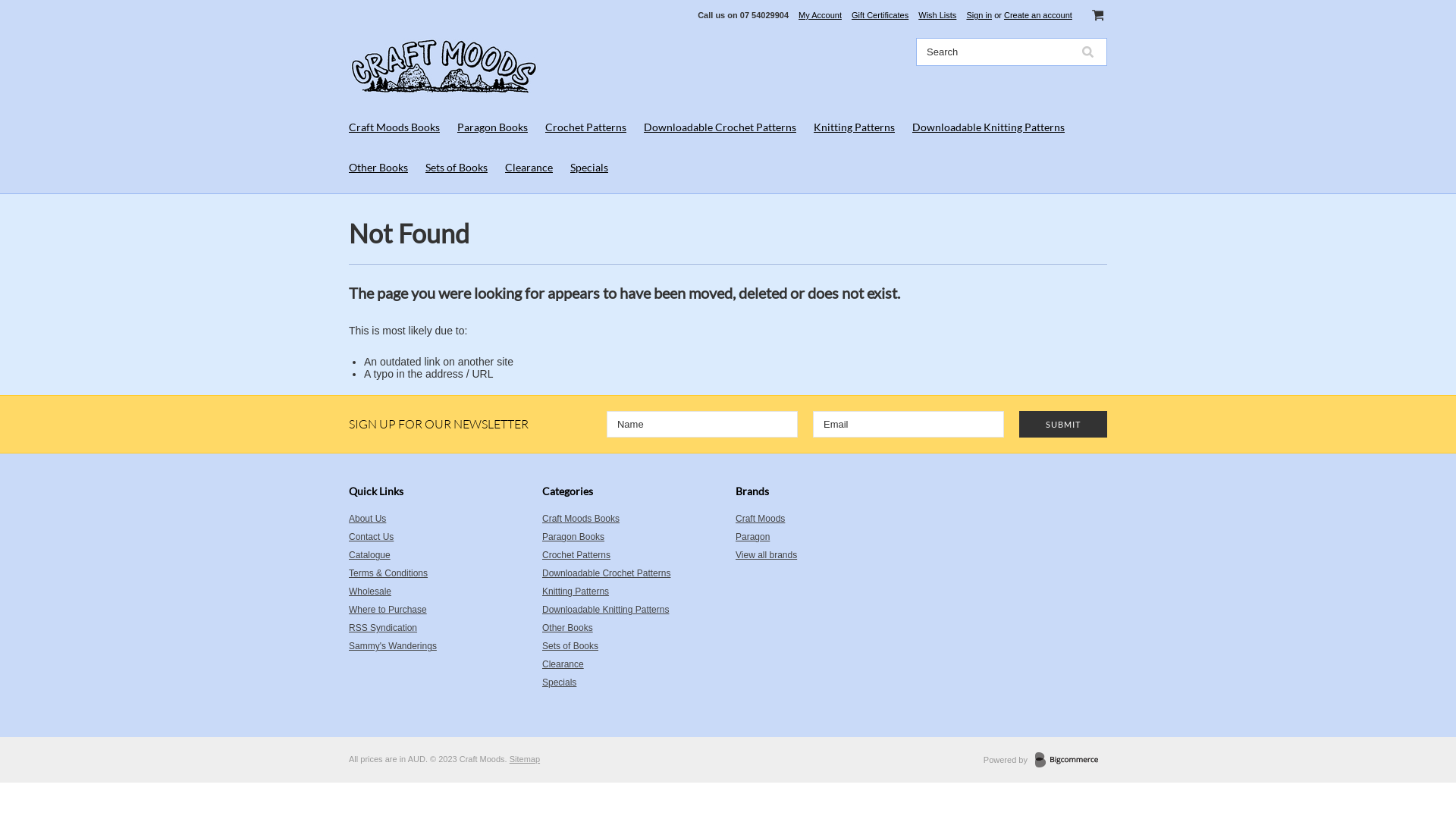 The image size is (1456, 819). What do you see at coordinates (348, 167) in the screenshot?
I see `'Other Books'` at bounding box center [348, 167].